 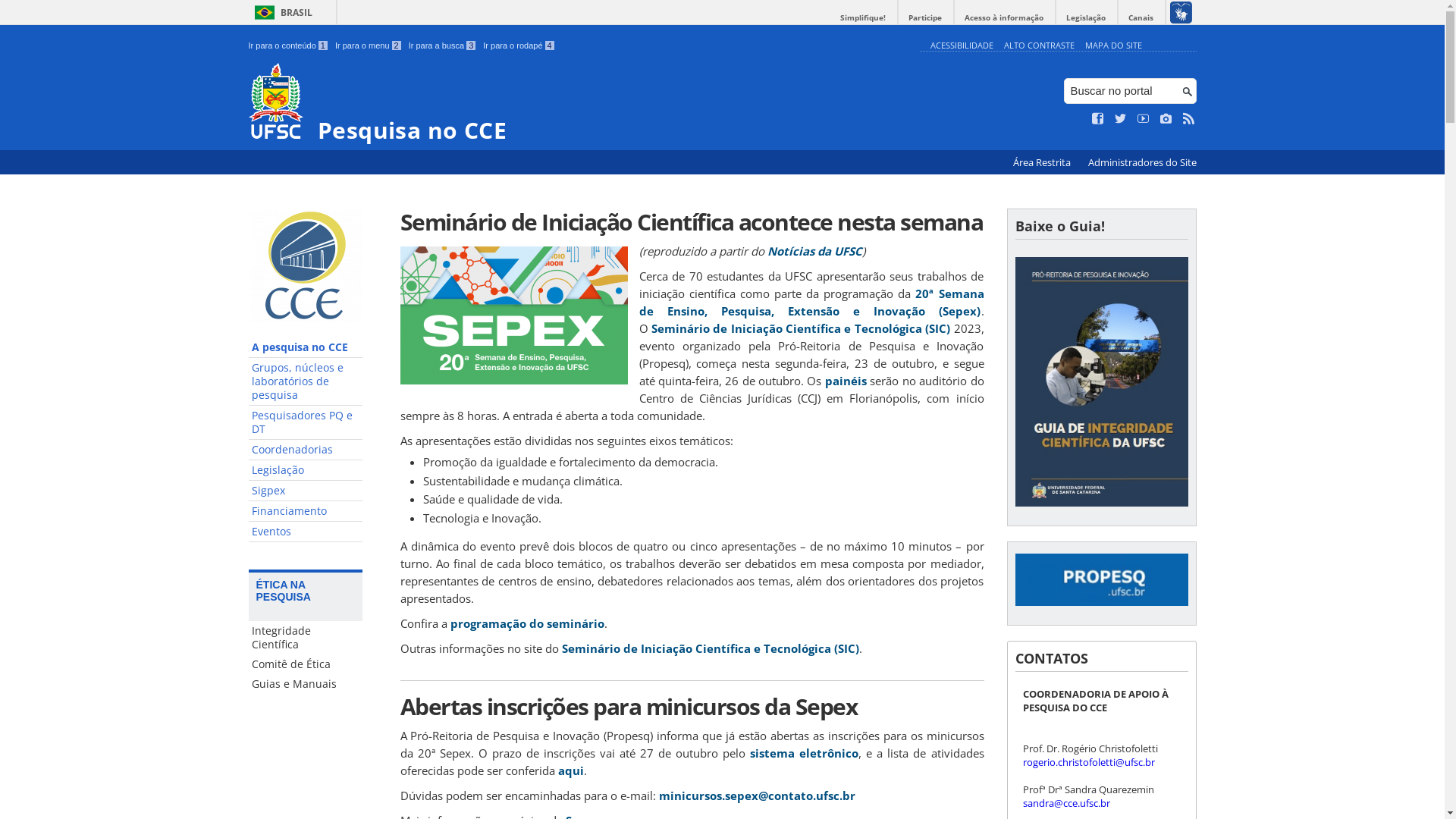 What do you see at coordinates (305, 449) in the screenshot?
I see `'Coordenadorias'` at bounding box center [305, 449].